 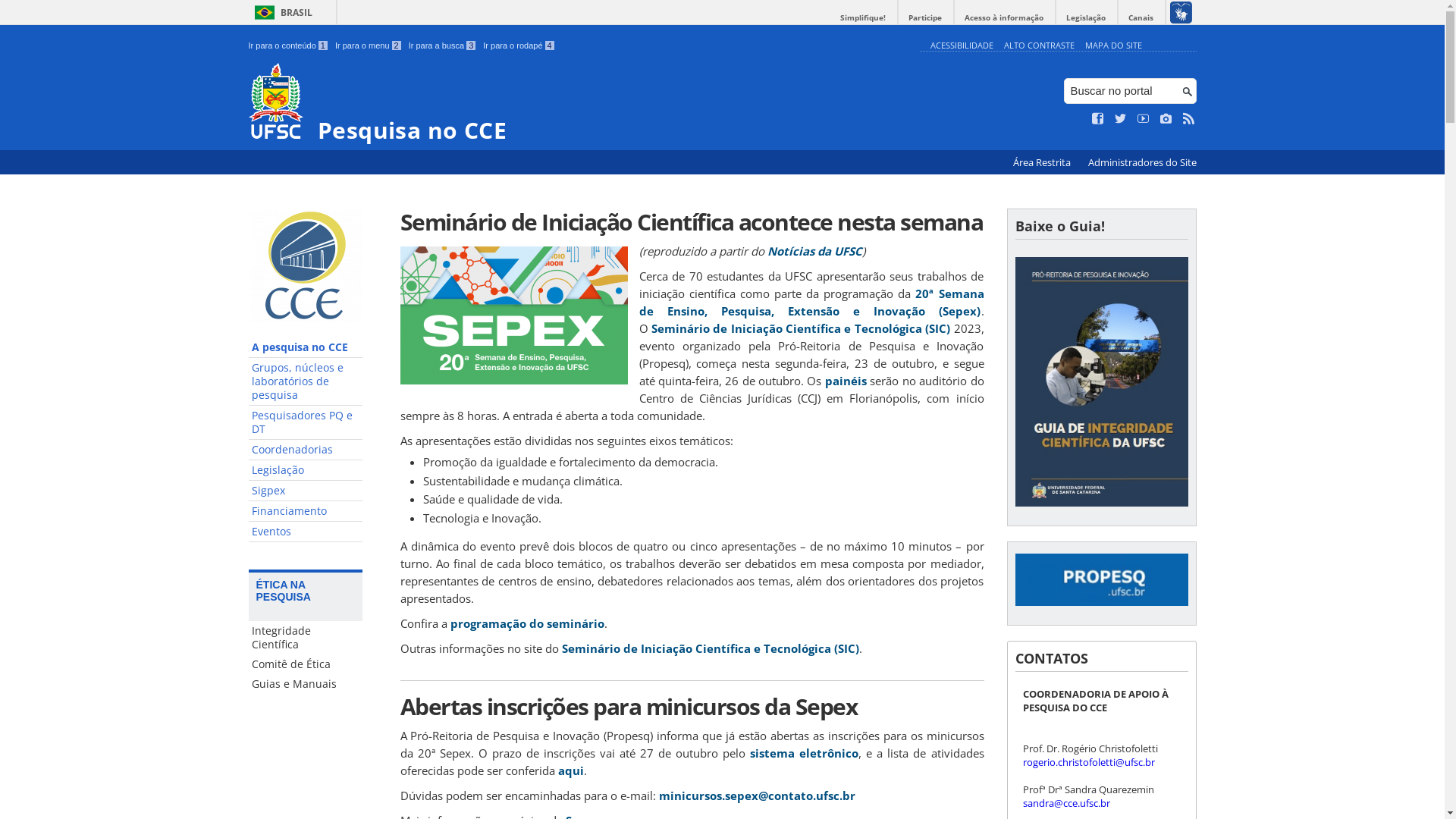 What do you see at coordinates (305, 449) in the screenshot?
I see `'Coordenadorias'` at bounding box center [305, 449].